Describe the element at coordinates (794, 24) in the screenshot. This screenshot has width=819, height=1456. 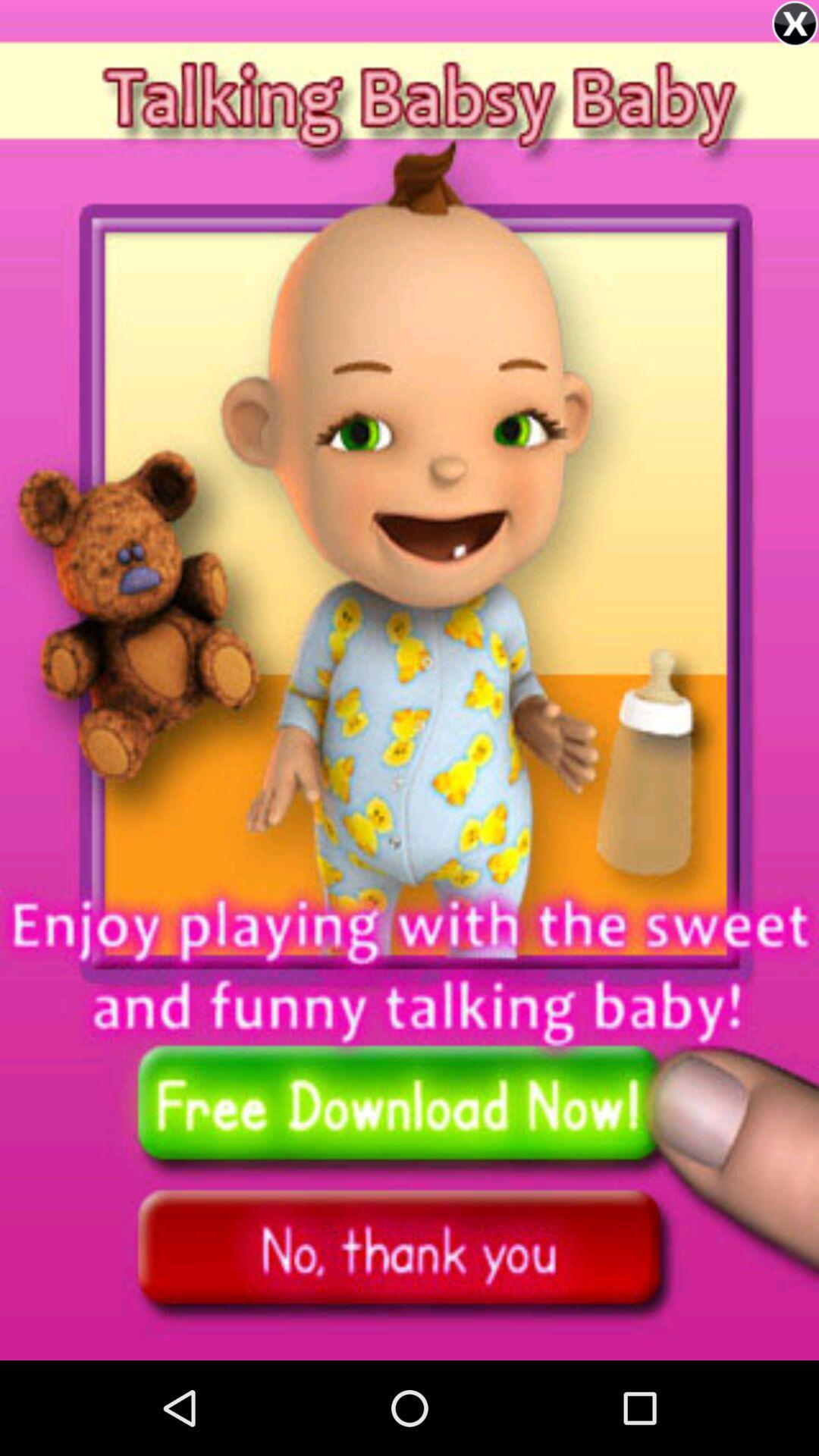
I see `advertisement` at that location.